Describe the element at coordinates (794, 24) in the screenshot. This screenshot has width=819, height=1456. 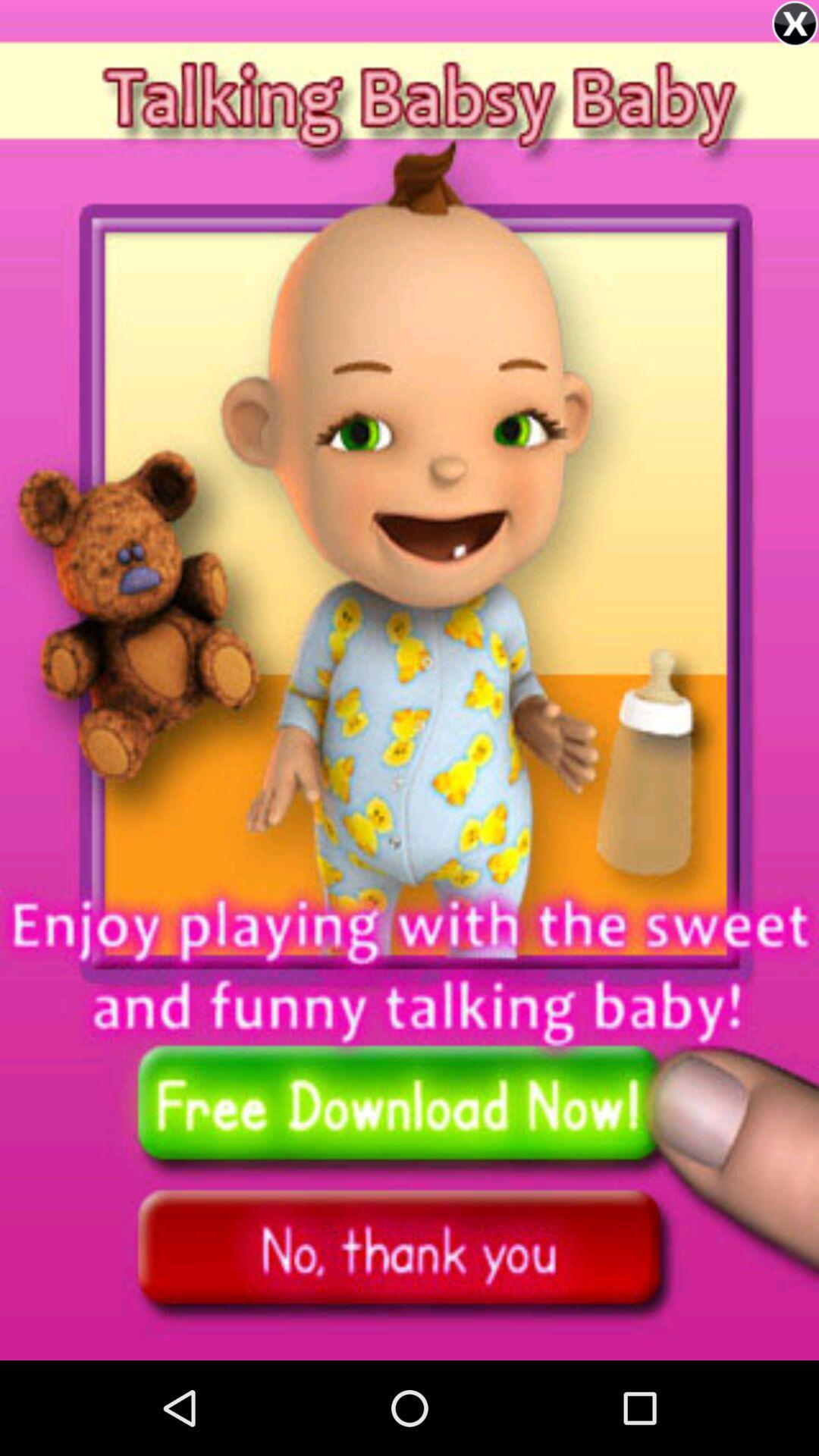
I see `advertisement` at that location.